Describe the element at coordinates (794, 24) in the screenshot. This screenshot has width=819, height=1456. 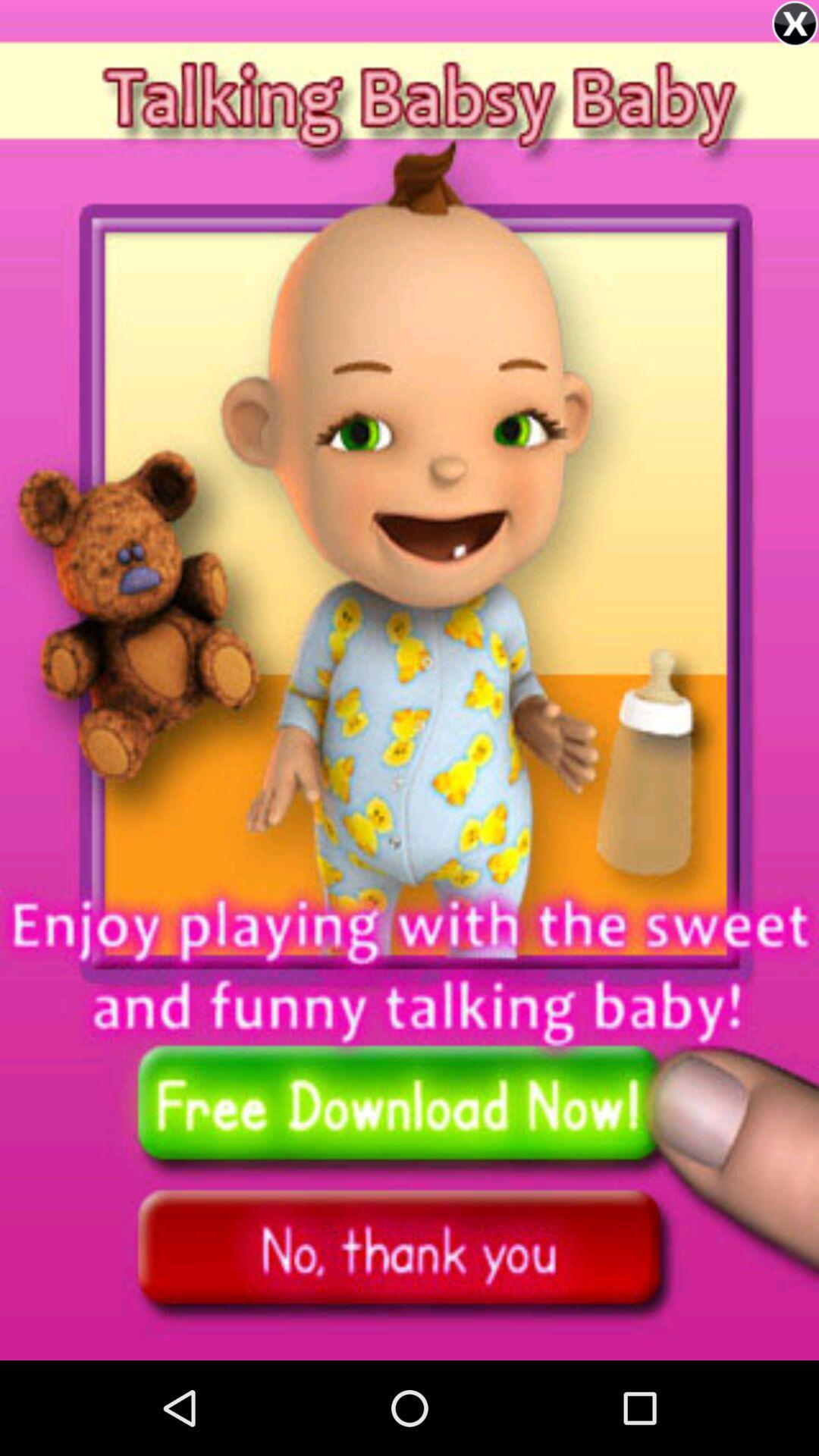
I see `advertisement` at that location.